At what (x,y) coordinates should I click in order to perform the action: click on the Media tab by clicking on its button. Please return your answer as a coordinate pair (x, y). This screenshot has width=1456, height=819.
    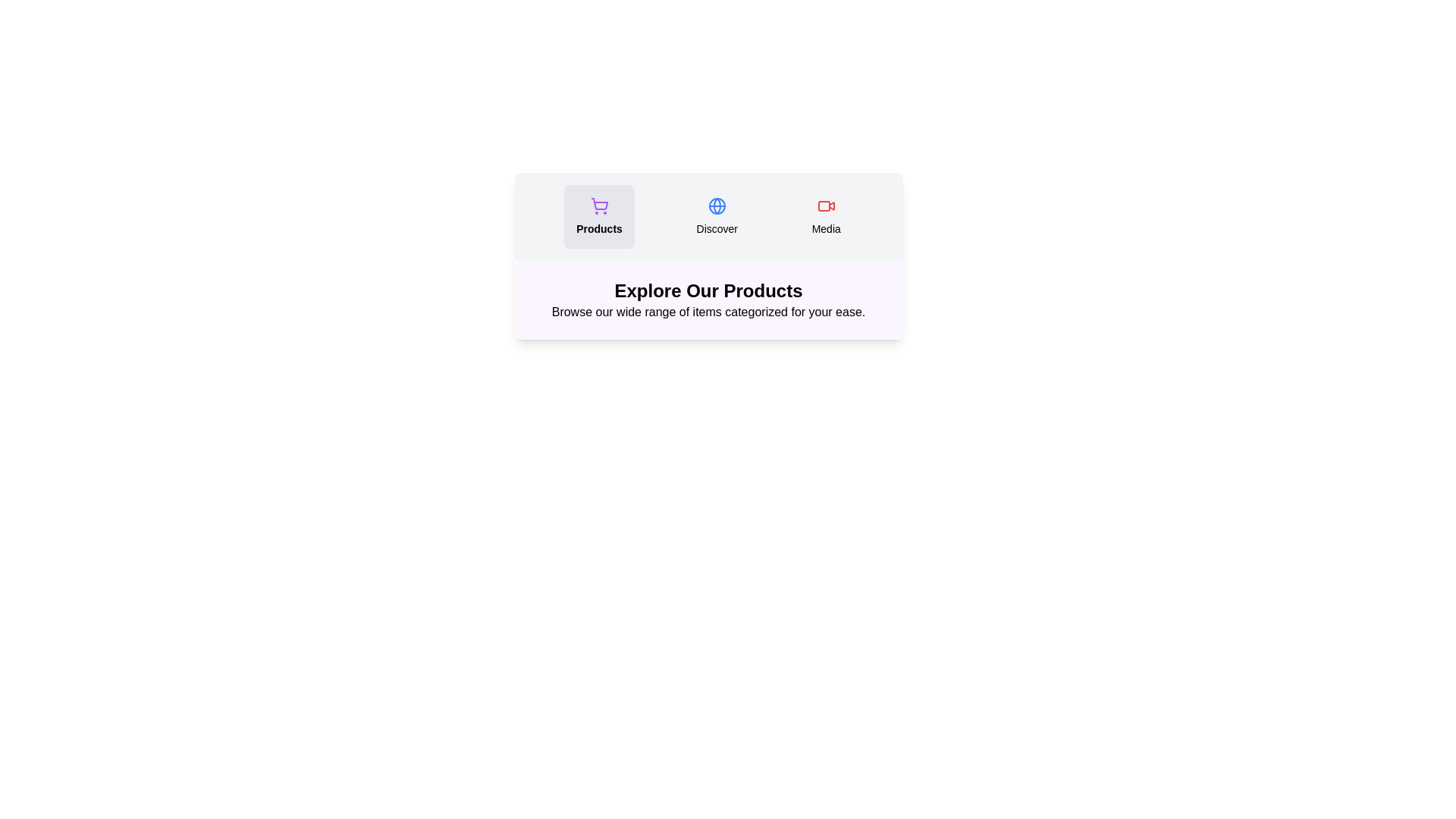
    Looking at the image, I should click on (825, 216).